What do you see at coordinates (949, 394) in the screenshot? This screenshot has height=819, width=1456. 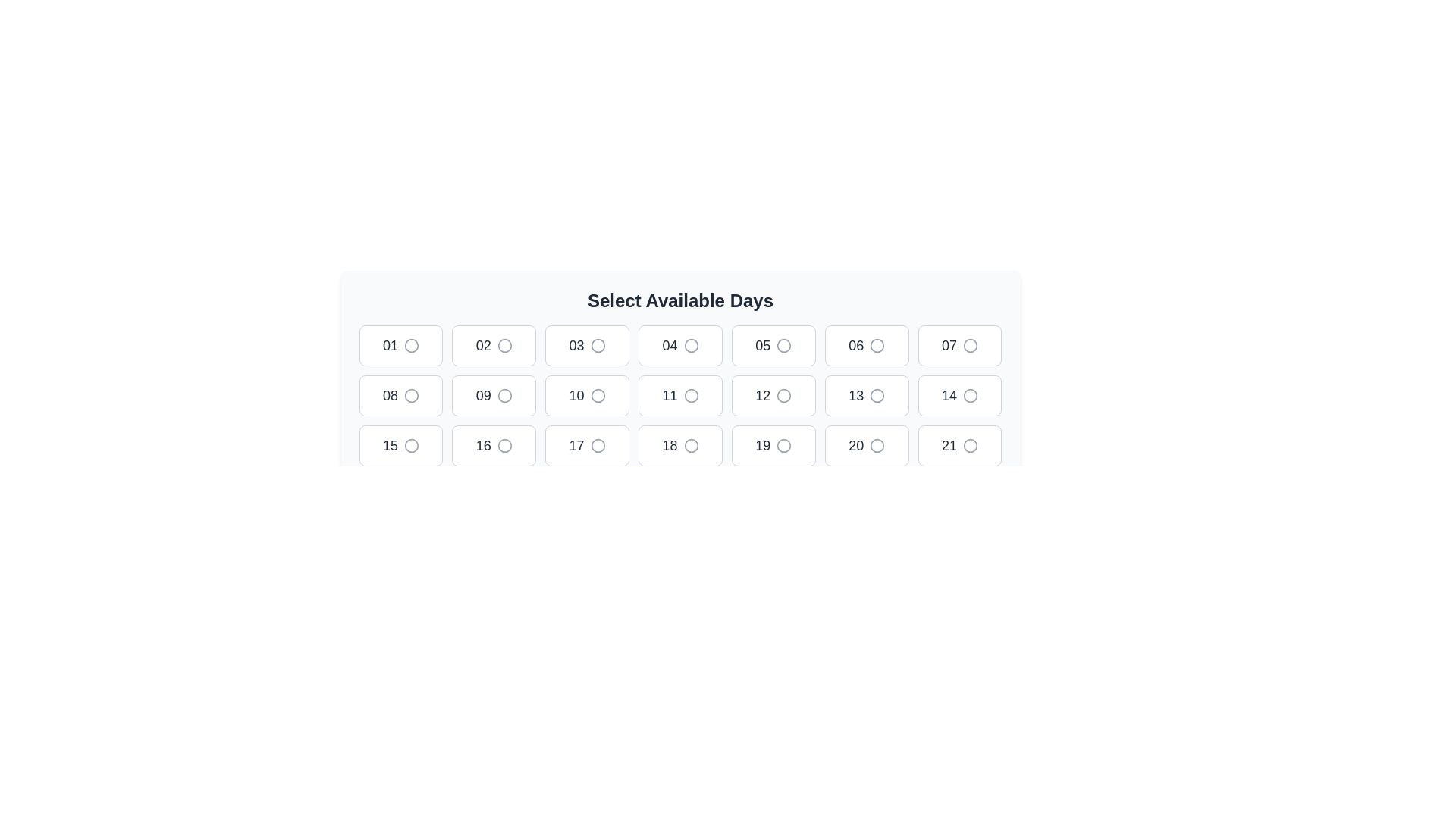 I see `number displayed in the numeric label showing '14', which is styled in bold black font and located in the second row, fourth column of the selection grid` at bounding box center [949, 394].